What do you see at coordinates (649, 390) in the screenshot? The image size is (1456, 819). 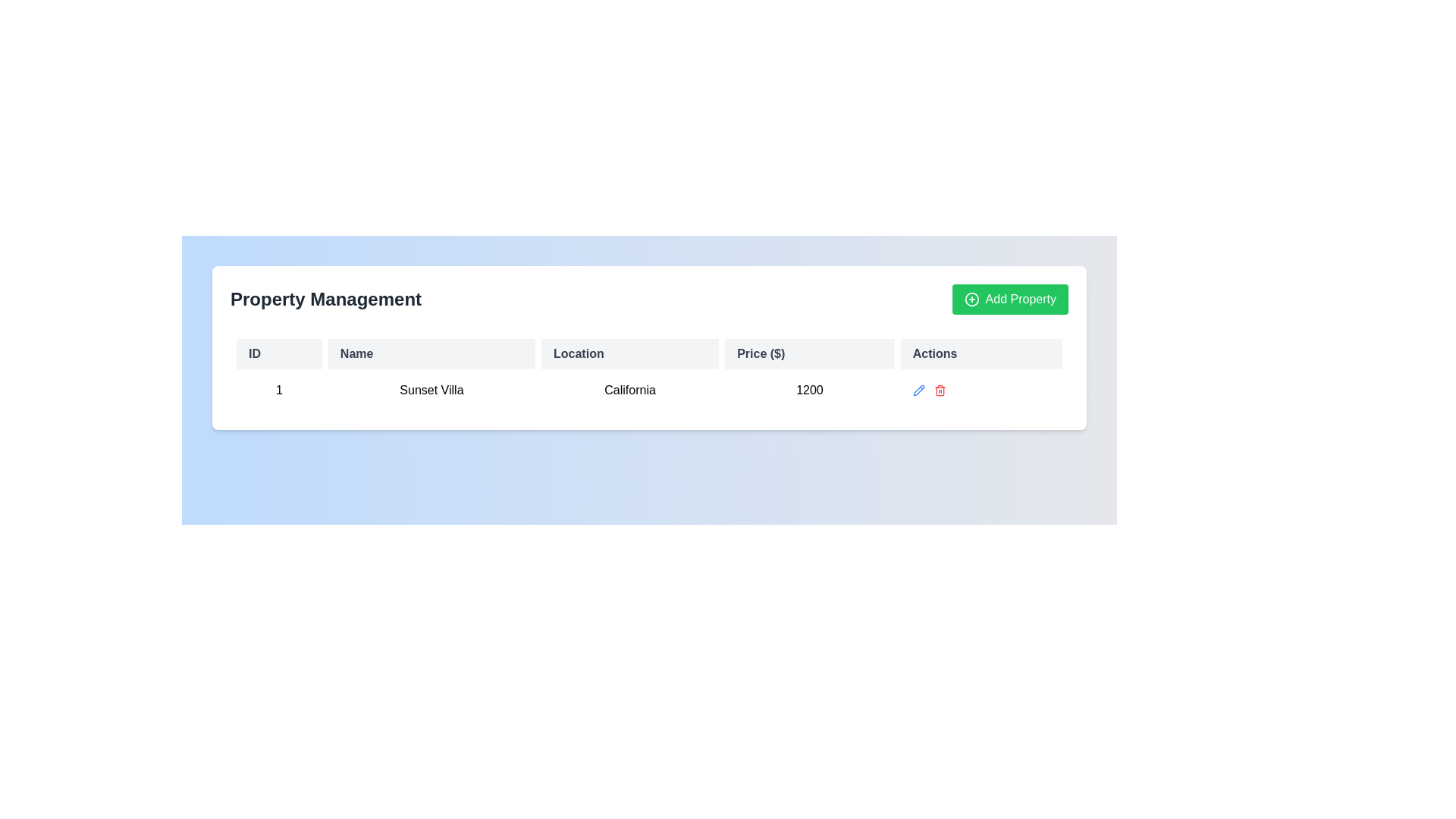 I see `the first row of the table containing the columns 'ID', 'Name', 'Location', 'Price ($)', and 'Actions'` at bounding box center [649, 390].